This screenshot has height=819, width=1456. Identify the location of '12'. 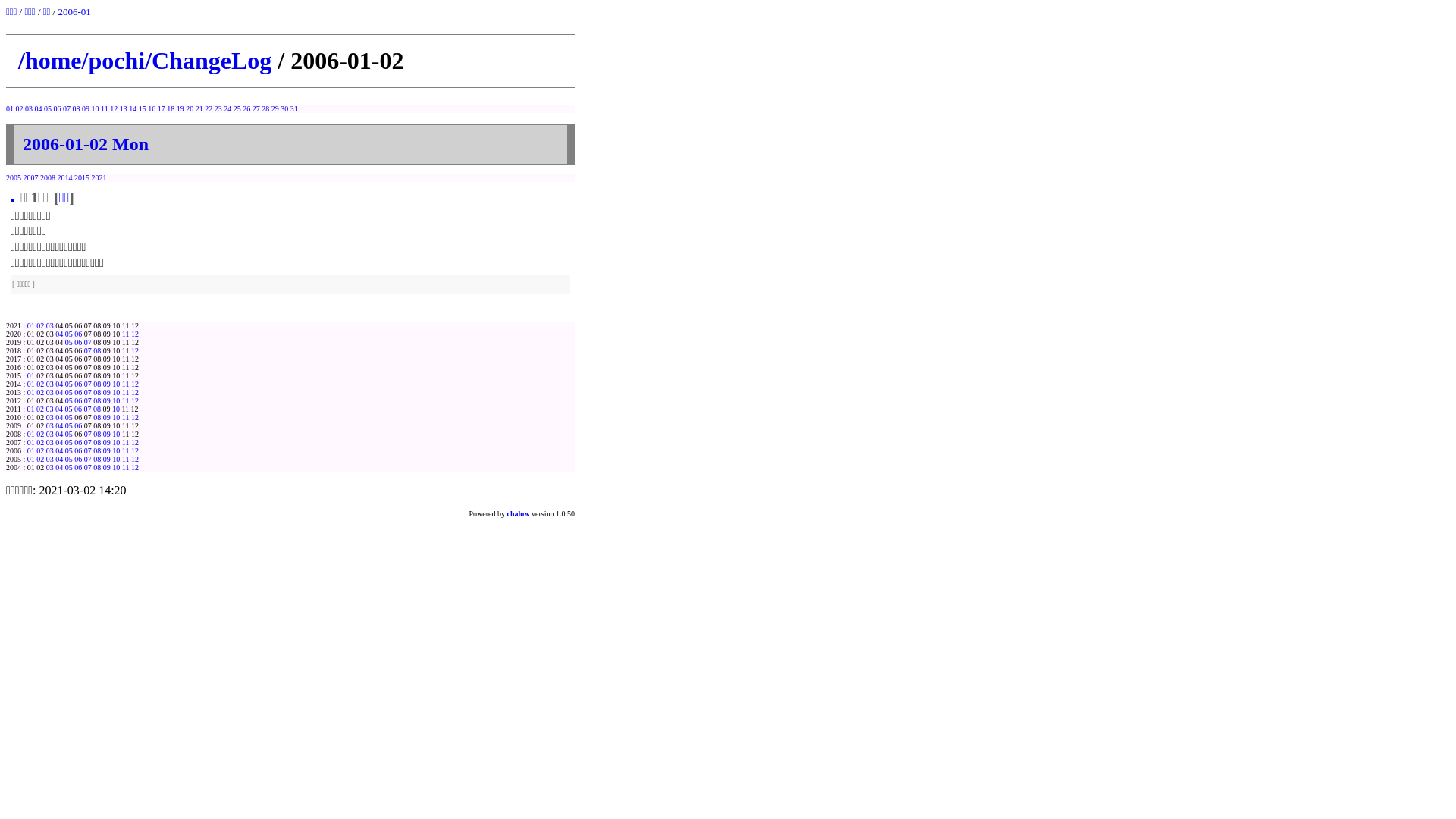
(134, 458).